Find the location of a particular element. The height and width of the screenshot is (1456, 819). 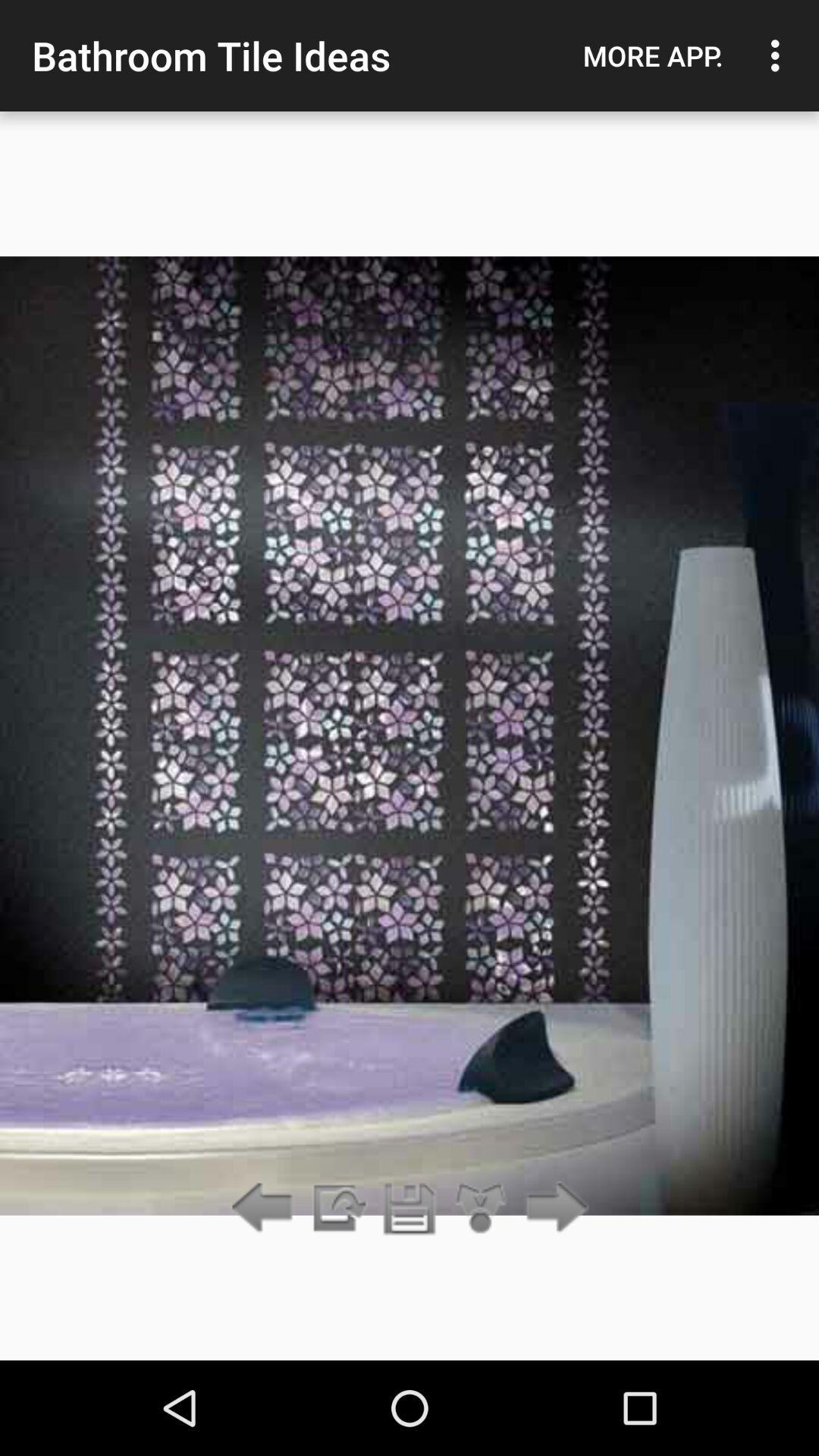

item to the right of the more app. item is located at coordinates (779, 55).